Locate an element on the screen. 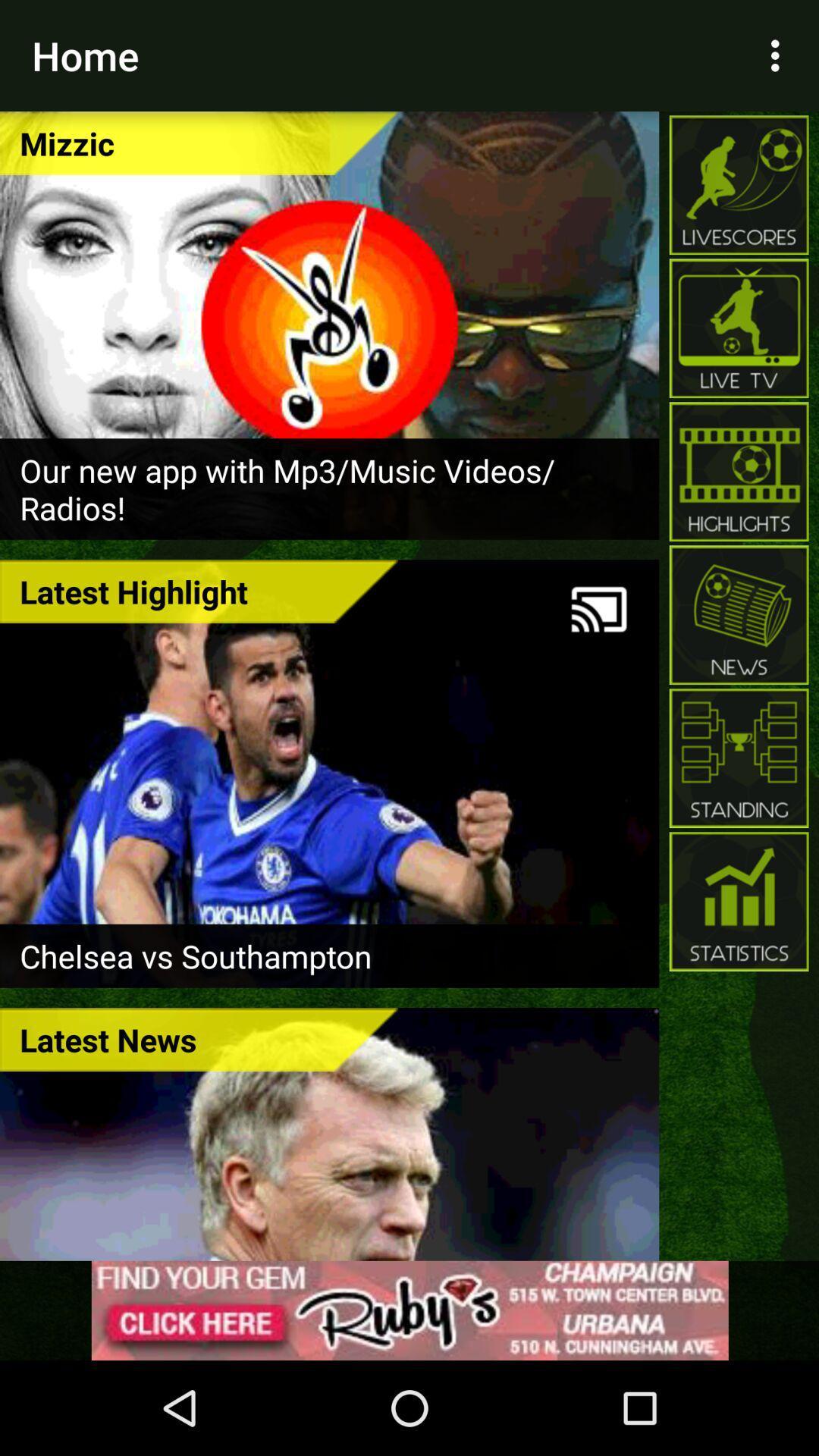 The width and height of the screenshot is (819, 1456). latest news icon is located at coordinates (198, 1039).